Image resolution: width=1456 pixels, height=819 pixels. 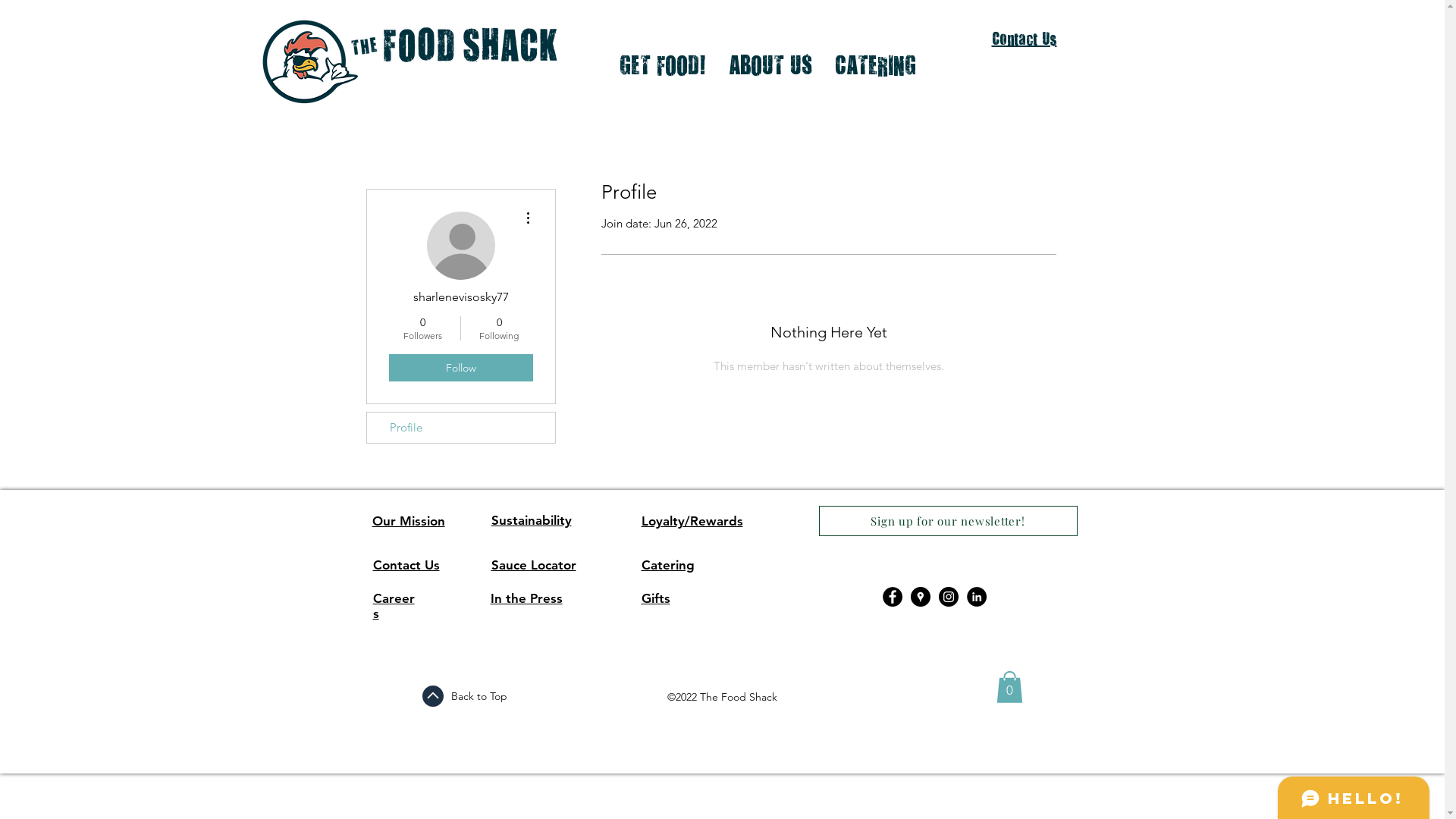 What do you see at coordinates (770, 64) in the screenshot?
I see `'ABOUT US'` at bounding box center [770, 64].